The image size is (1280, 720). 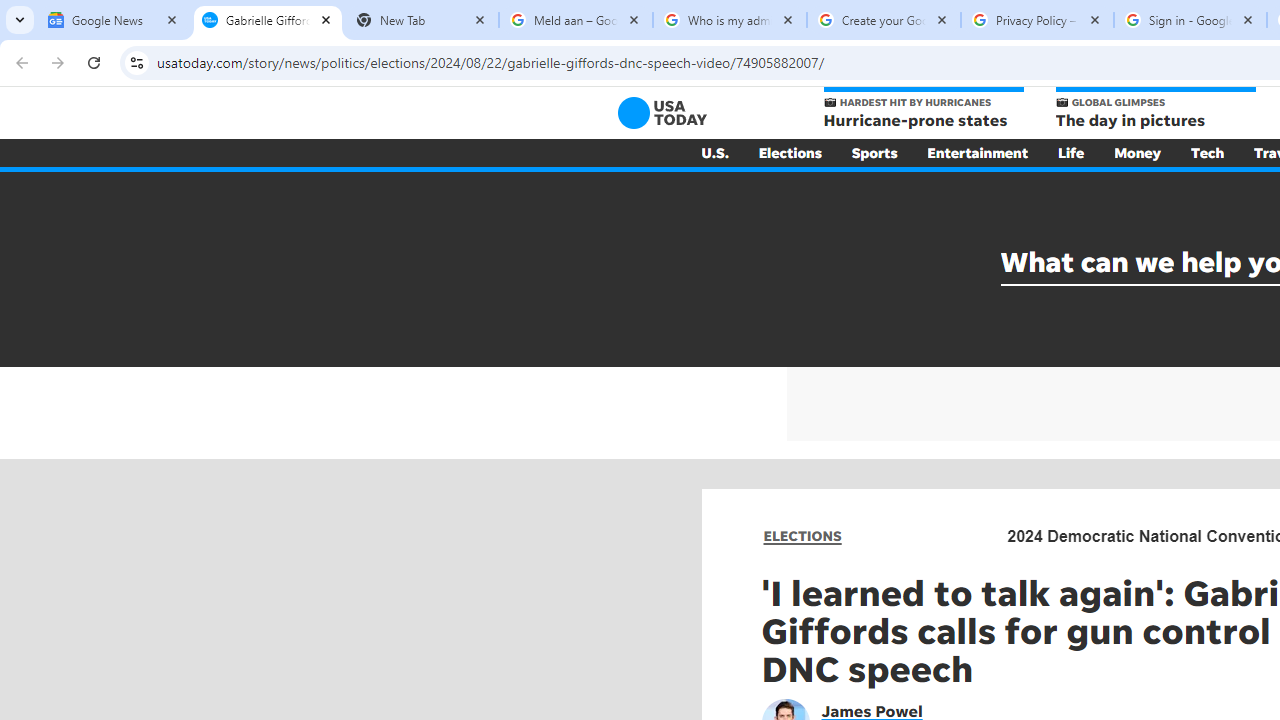 I want to click on 'Google News', so click(x=112, y=20).